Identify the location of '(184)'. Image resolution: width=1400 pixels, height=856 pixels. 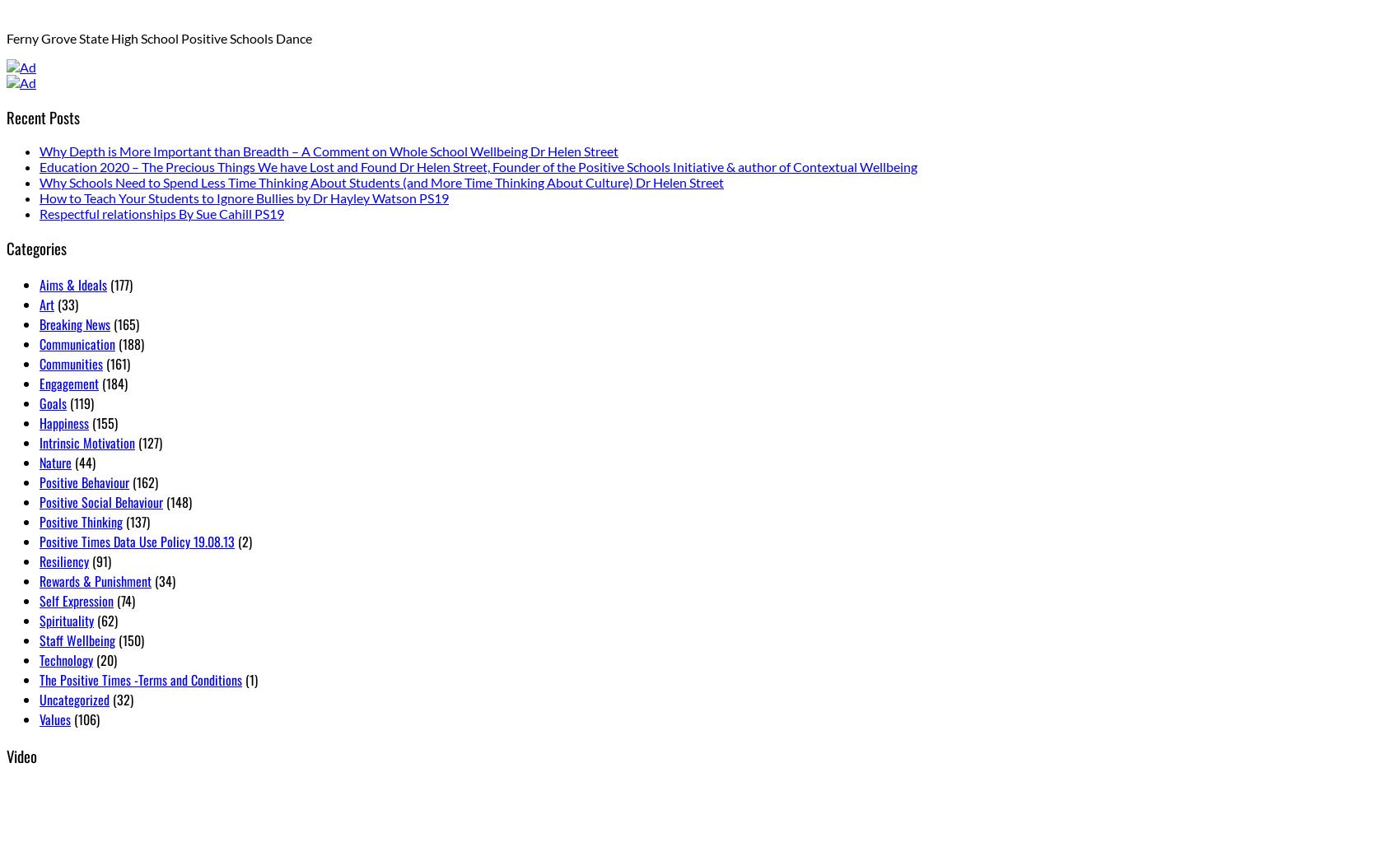
(112, 382).